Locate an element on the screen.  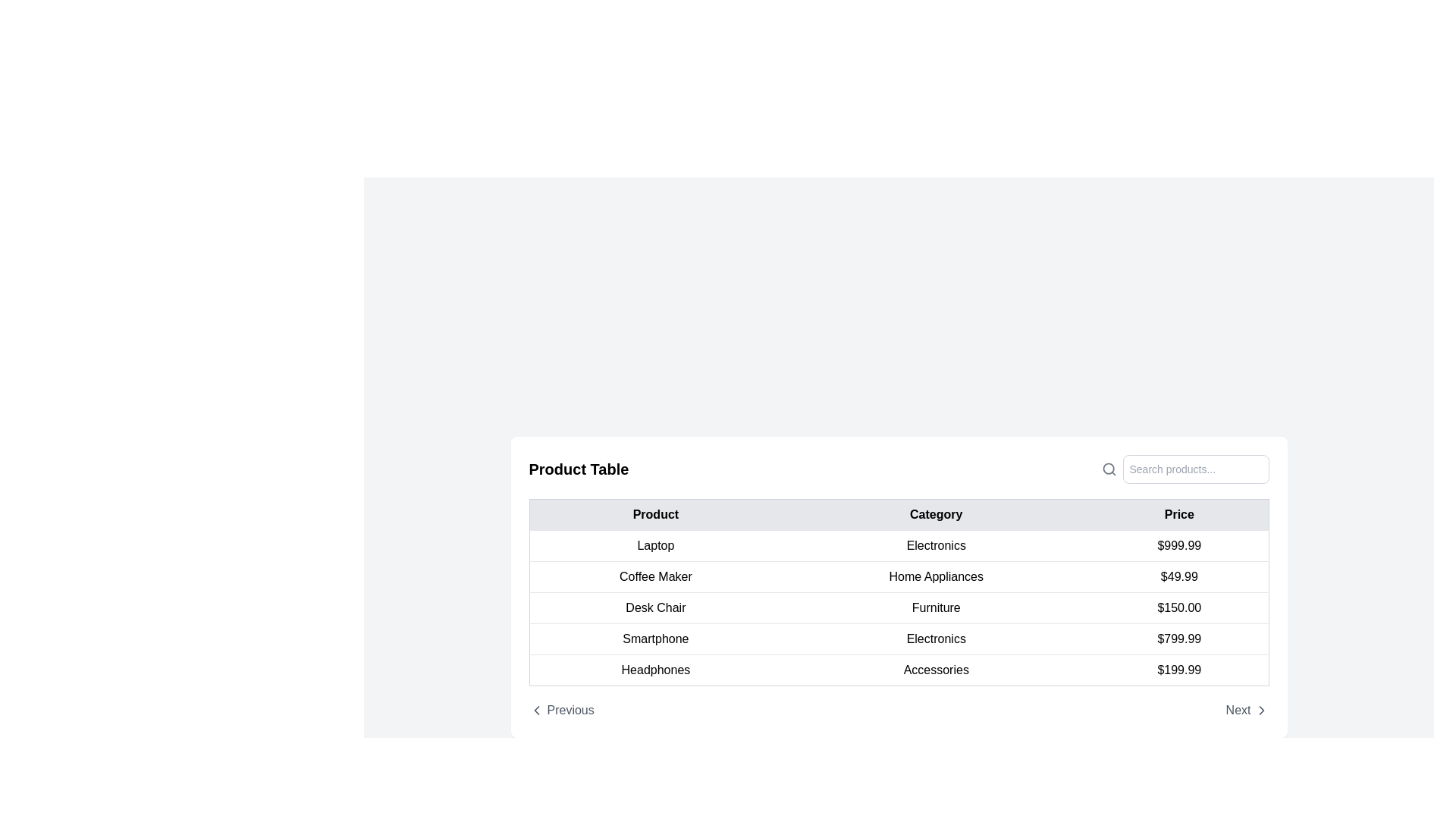
the pagination control button located at the lower-right corner of the product table to change its color is located at coordinates (1247, 710).